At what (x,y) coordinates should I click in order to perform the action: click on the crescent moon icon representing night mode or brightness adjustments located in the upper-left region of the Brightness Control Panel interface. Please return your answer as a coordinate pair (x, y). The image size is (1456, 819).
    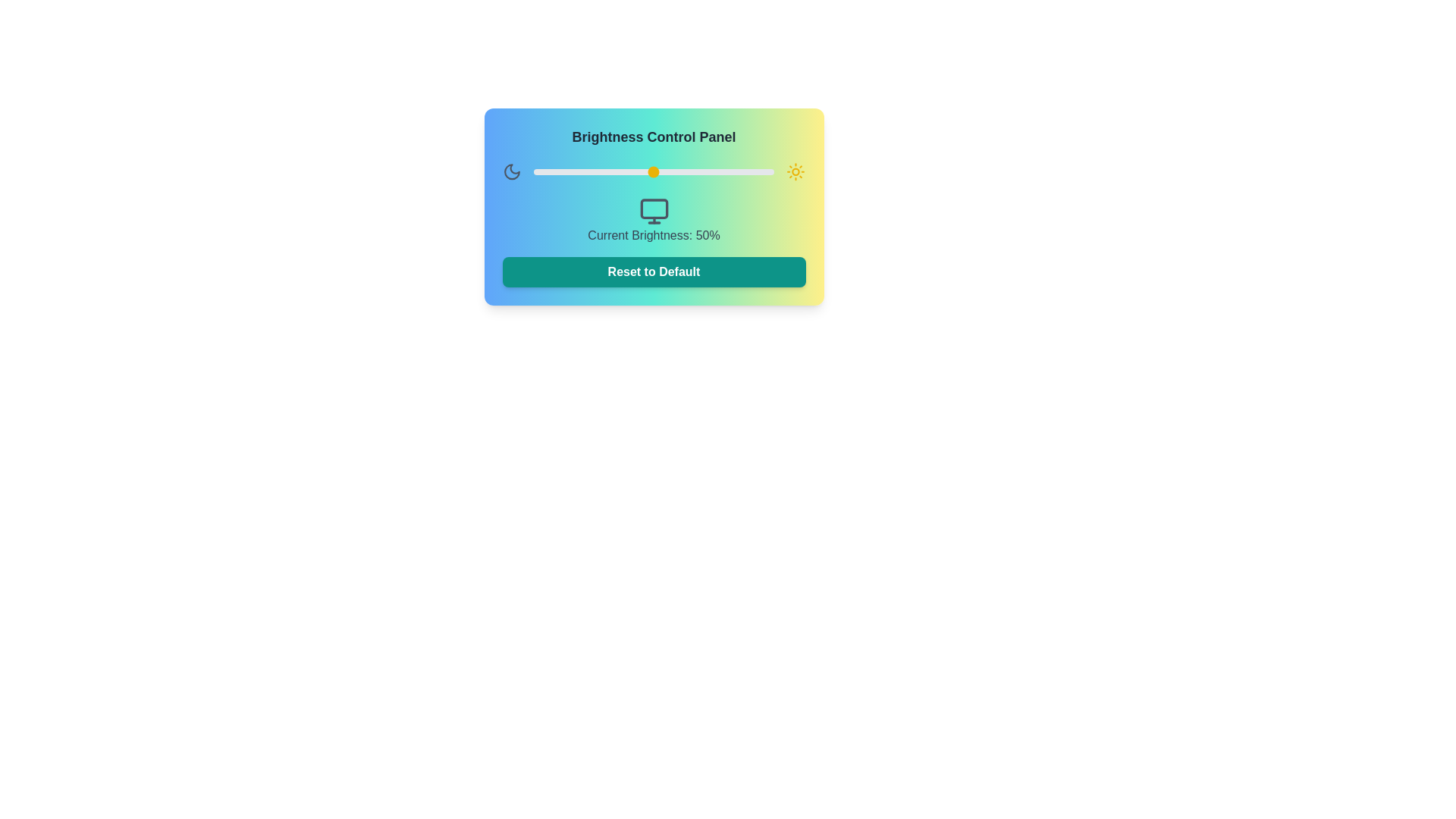
    Looking at the image, I should click on (512, 171).